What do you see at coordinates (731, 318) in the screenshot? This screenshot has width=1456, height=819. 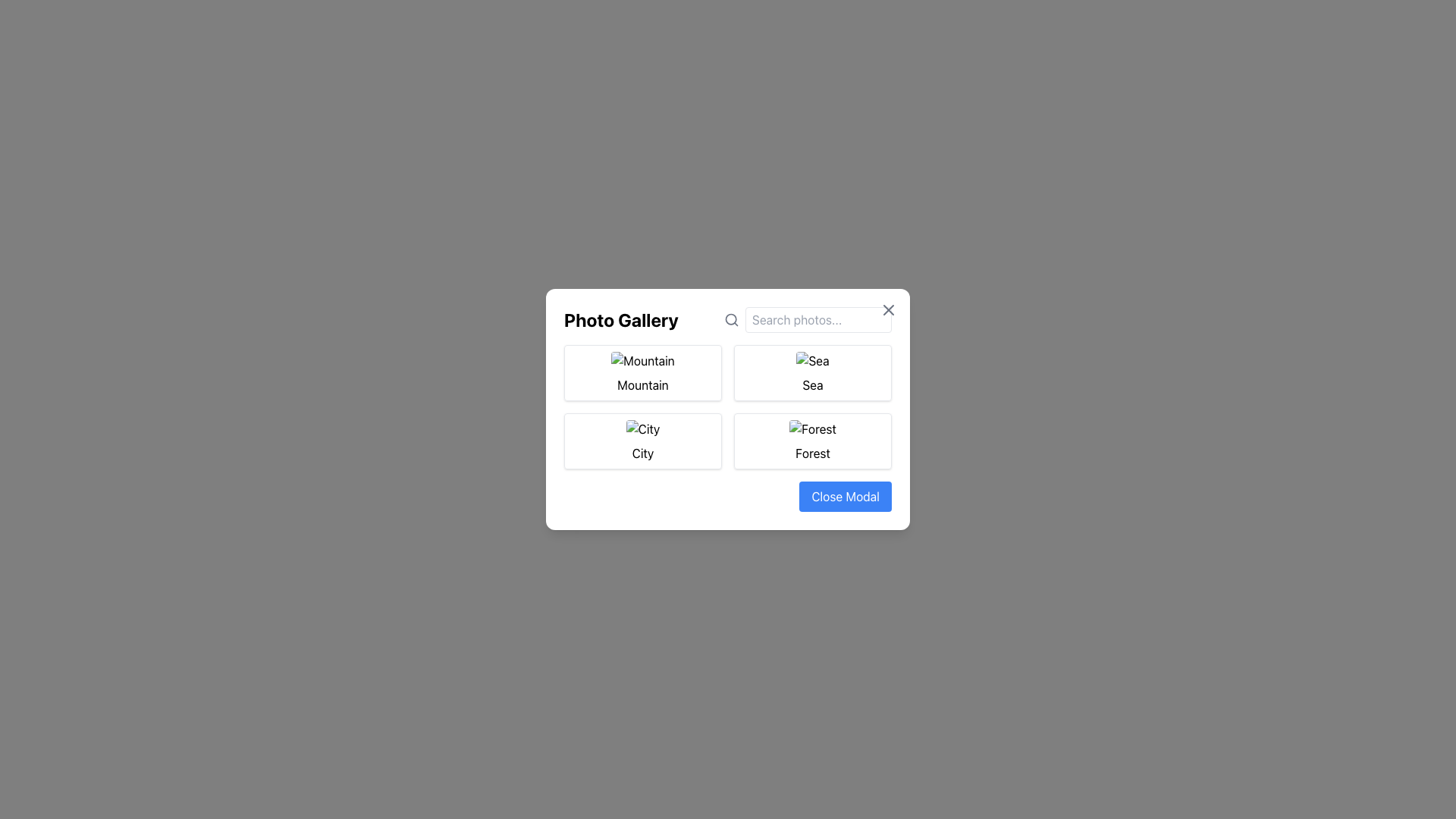 I see `the gray magnifying glass icon located immediately to the left of the search input field in the upper-right quadrant of the 'Photo Gallery' modal` at bounding box center [731, 318].